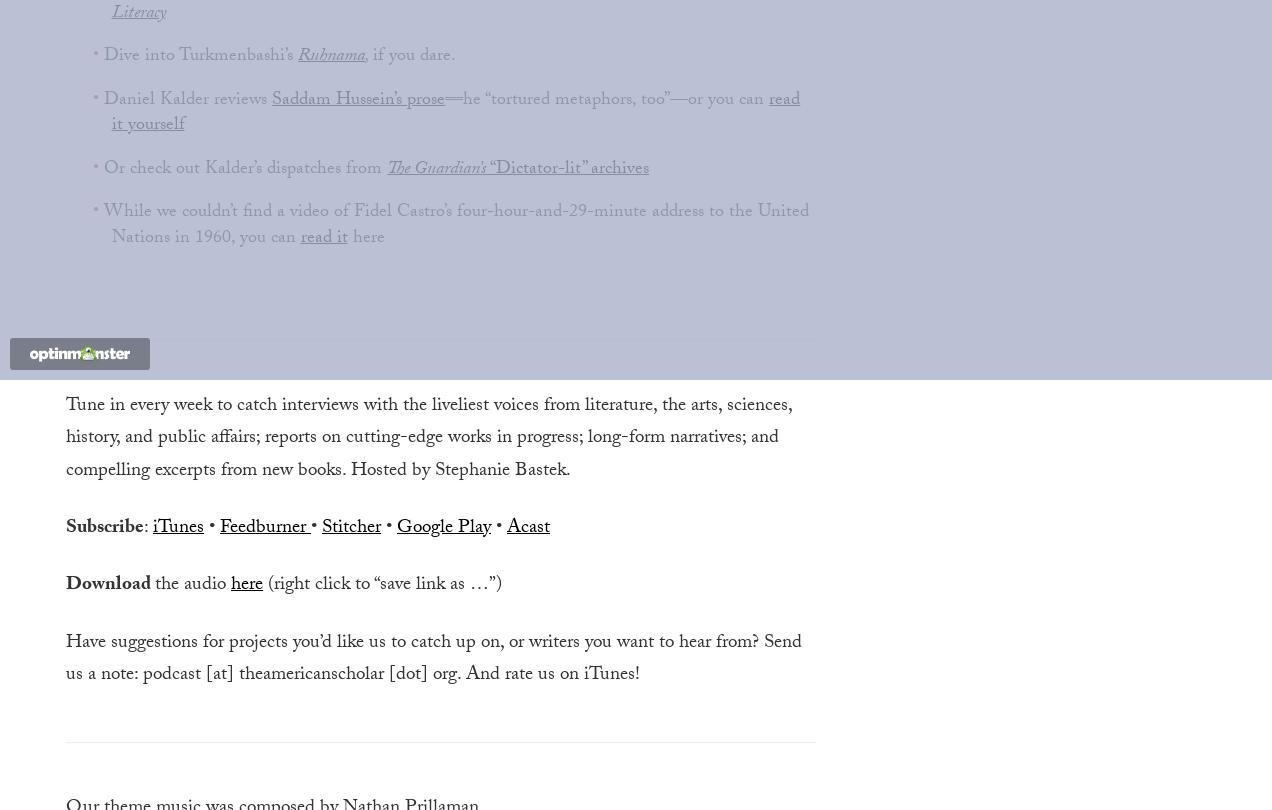 This screenshot has height=810, width=1272. What do you see at coordinates (244, 169) in the screenshot?
I see `'Or check out Kalder’s dispatches from'` at bounding box center [244, 169].